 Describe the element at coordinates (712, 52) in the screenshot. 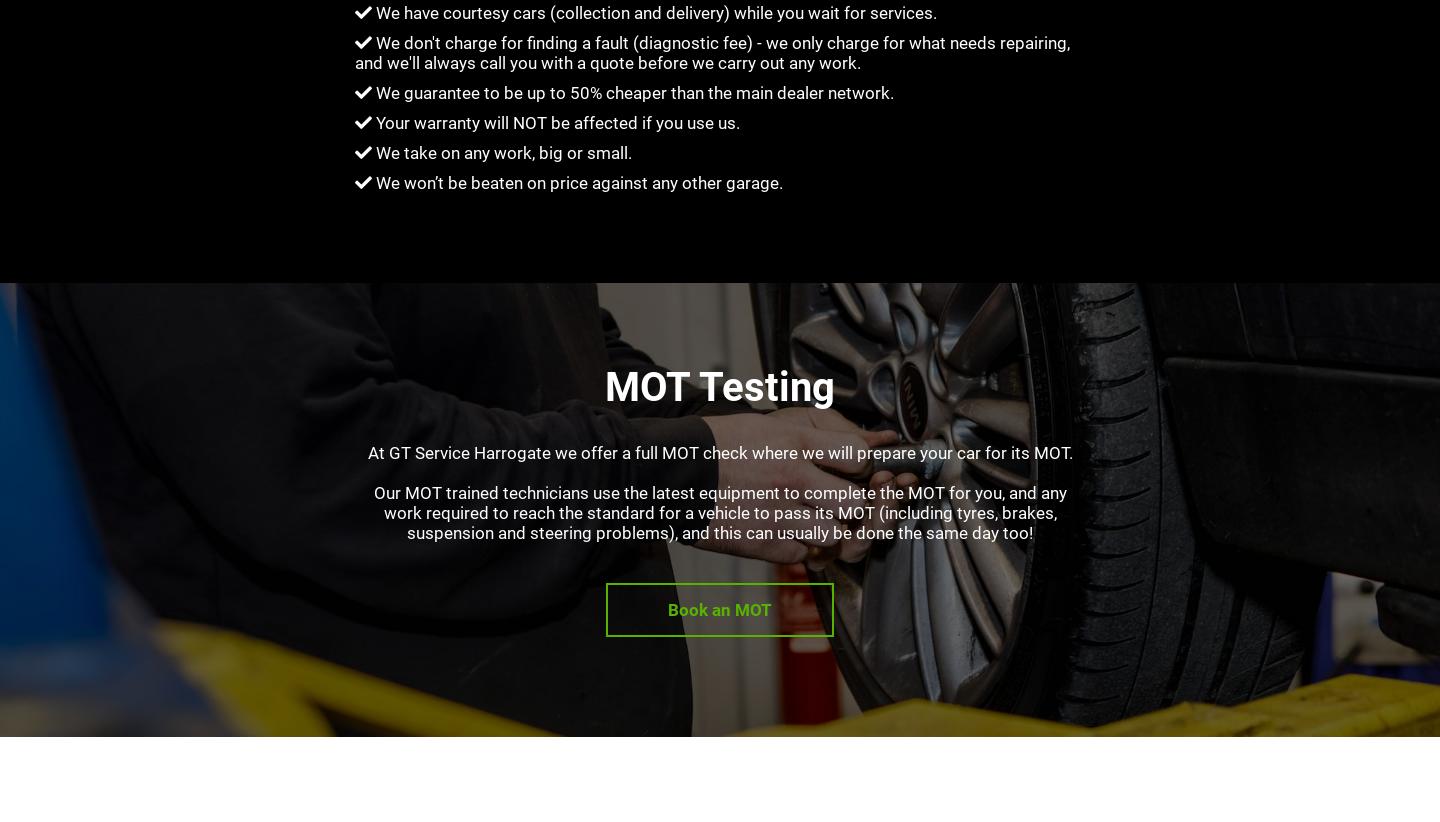

I see `'We don't charge for finding a fault (diagnostic fee) - we only charge for what needs repairing, and we'll always call you with a quote before we carry out any work.'` at that location.